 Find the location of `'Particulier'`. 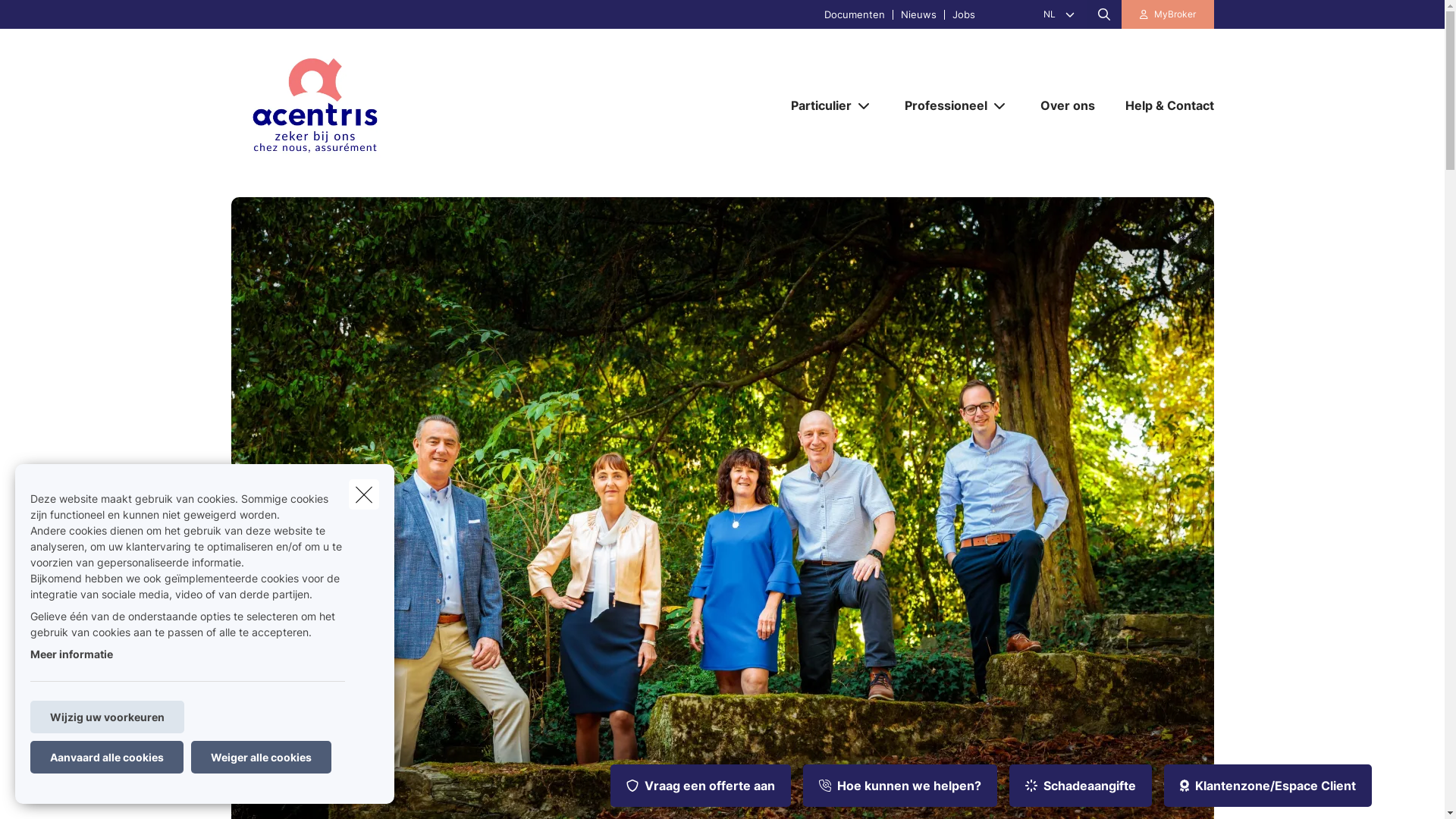

'Particulier' is located at coordinates (814, 104).